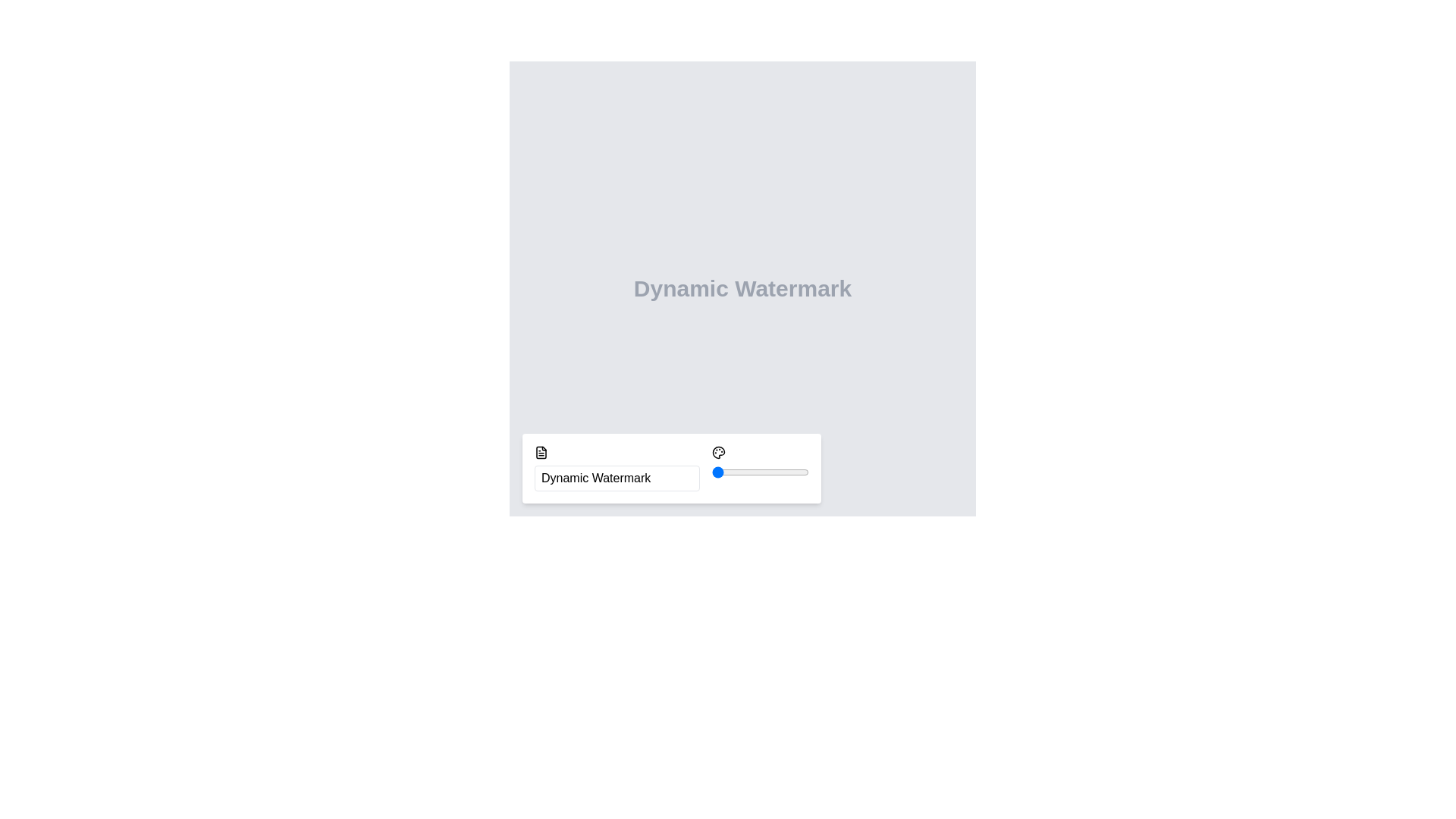  Describe the element at coordinates (541, 452) in the screenshot. I see `the black outlined document icon located at the top left corner of the user interface, next to the 'Dynamic Watermark' text input field` at that location.